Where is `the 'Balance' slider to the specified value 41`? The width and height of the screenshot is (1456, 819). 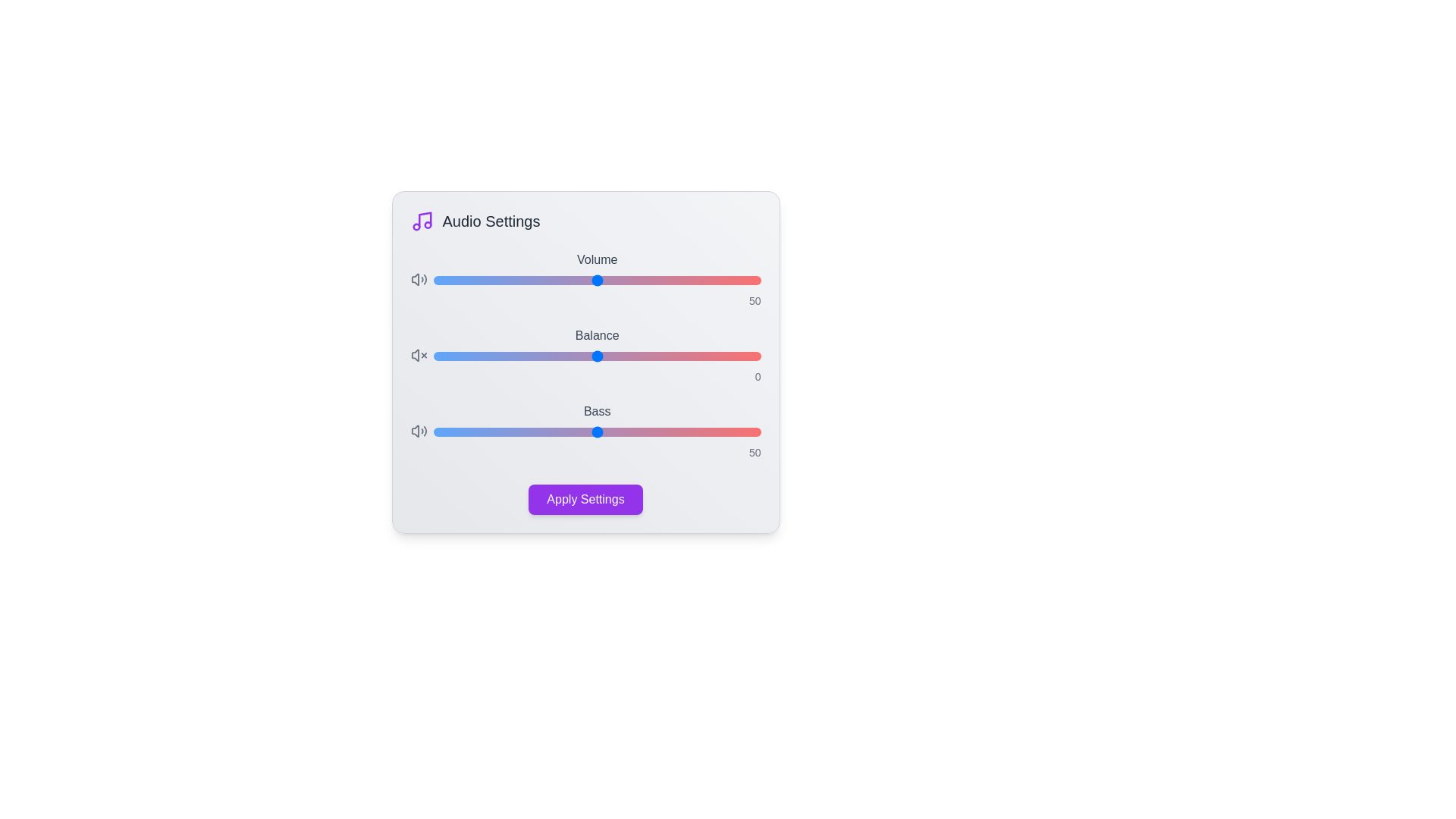 the 'Balance' slider to the specified value 41 is located at coordinates (731, 356).